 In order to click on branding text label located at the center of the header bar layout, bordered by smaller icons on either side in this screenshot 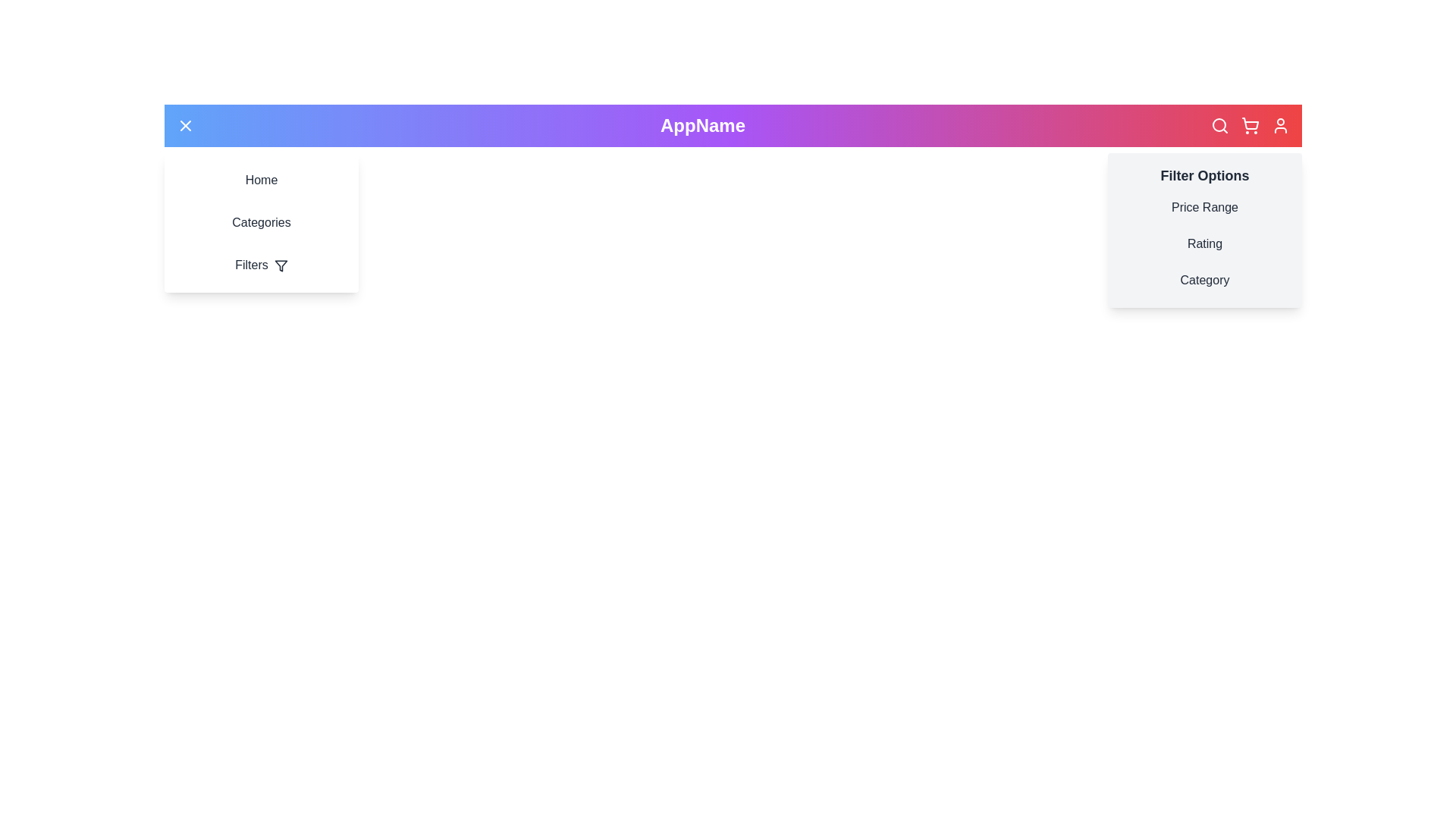, I will do `click(701, 124)`.